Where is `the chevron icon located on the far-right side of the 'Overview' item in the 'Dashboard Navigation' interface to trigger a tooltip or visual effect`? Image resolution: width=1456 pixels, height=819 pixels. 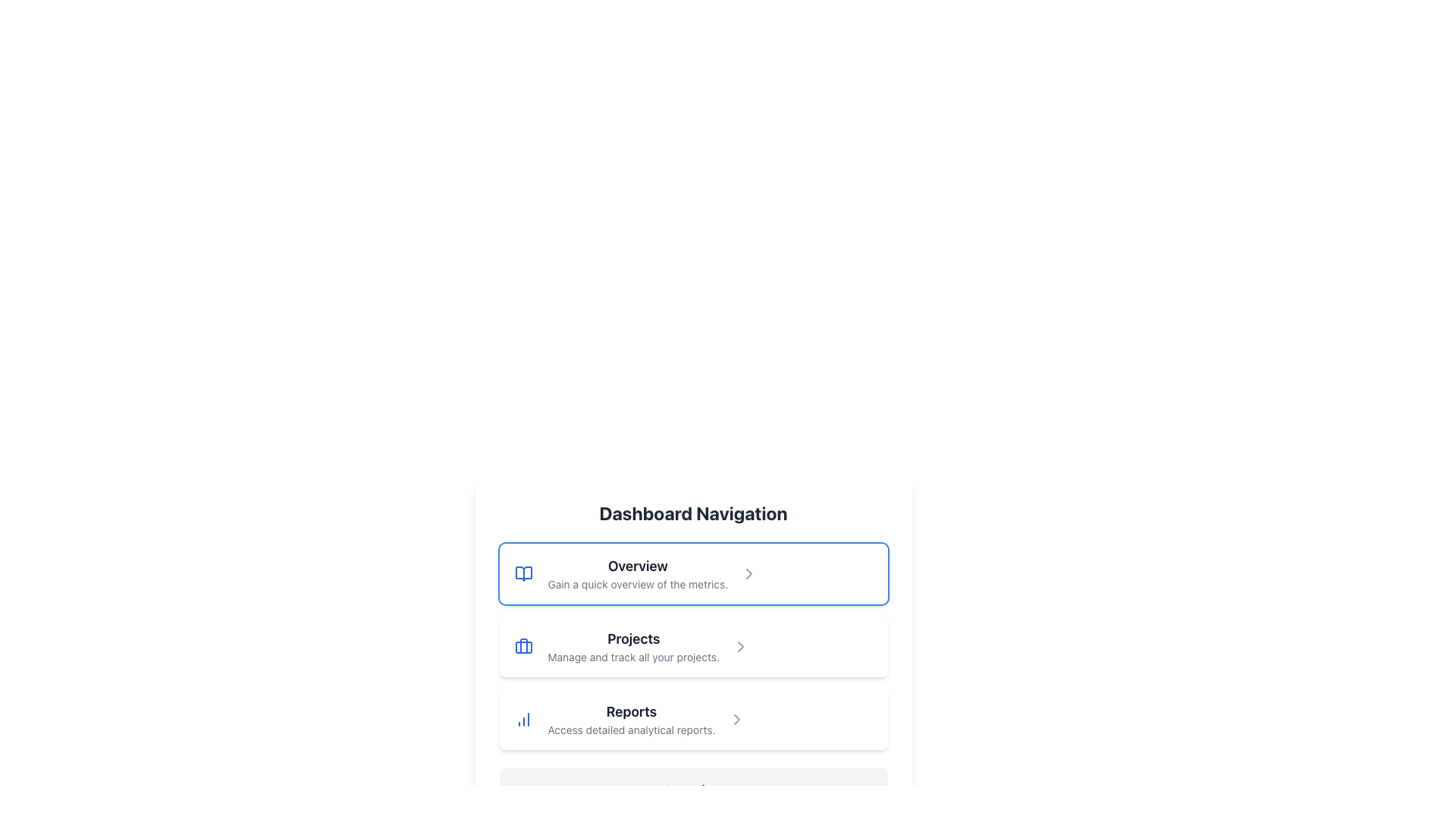 the chevron icon located on the far-right side of the 'Overview' item in the 'Dashboard Navigation' interface to trigger a tooltip or visual effect is located at coordinates (749, 573).